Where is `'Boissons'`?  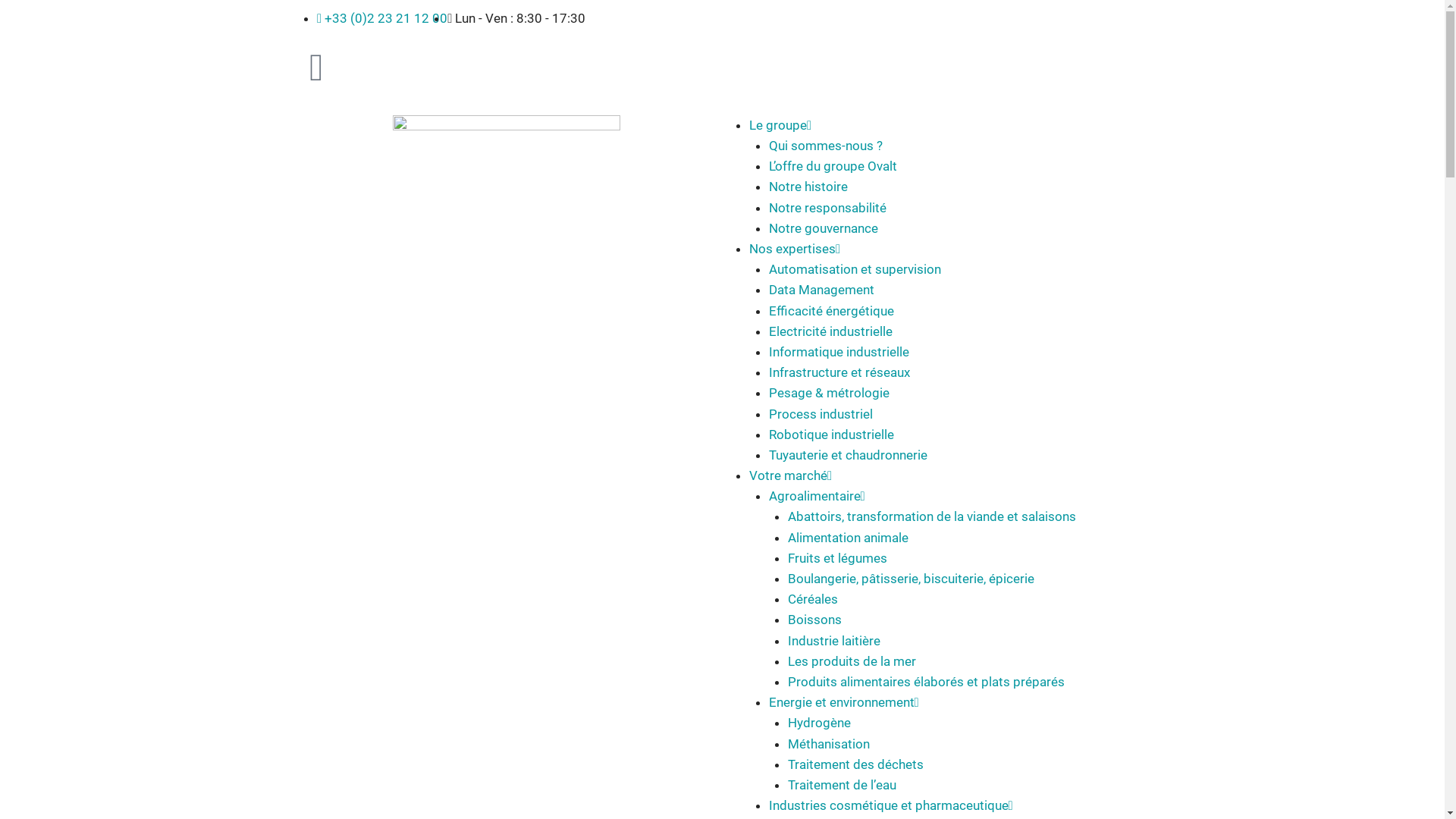 'Boissons' is located at coordinates (814, 620).